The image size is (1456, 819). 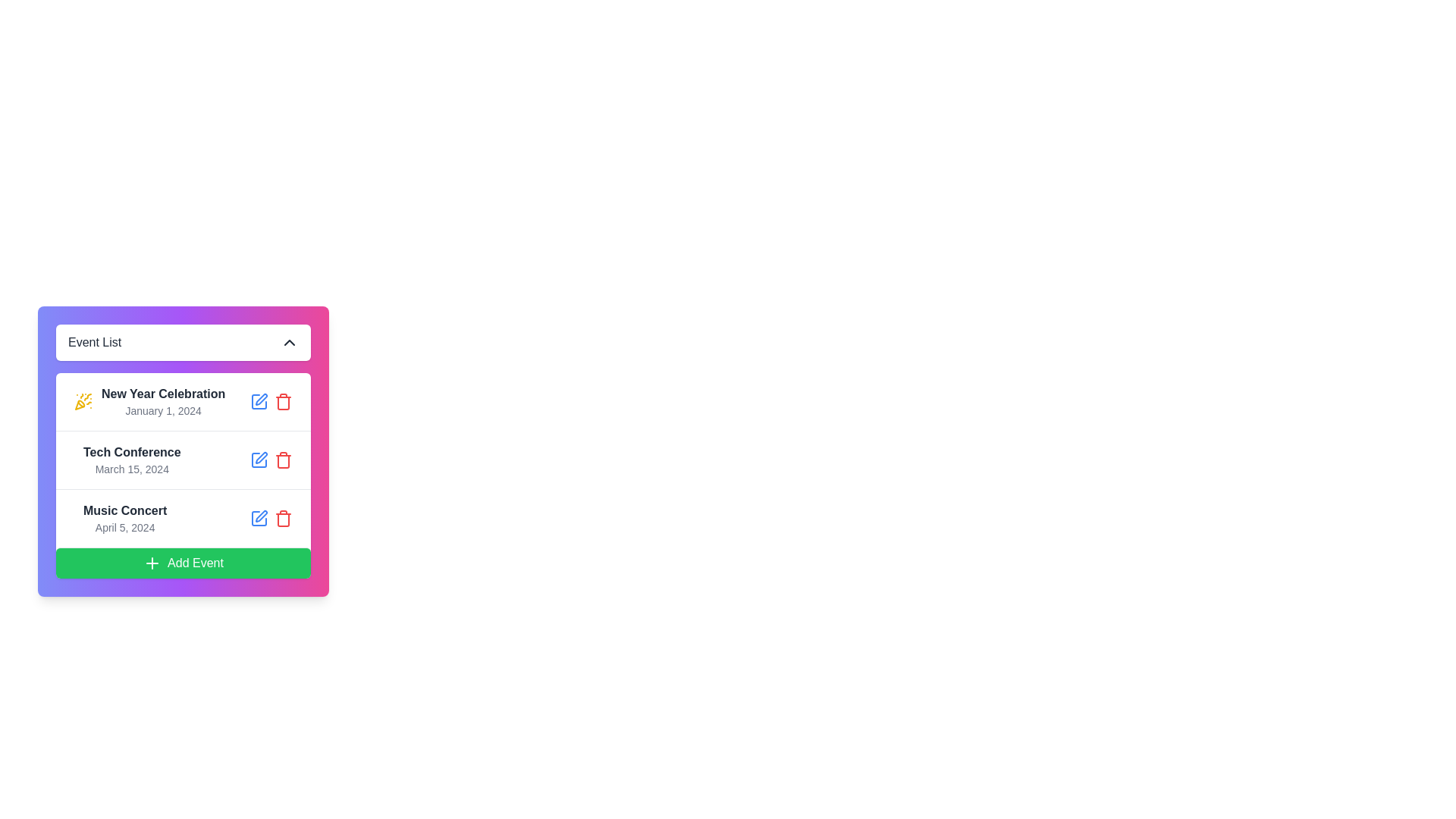 I want to click on the bold text label displaying the title 'Music Concert' to focus on it, so click(x=125, y=511).